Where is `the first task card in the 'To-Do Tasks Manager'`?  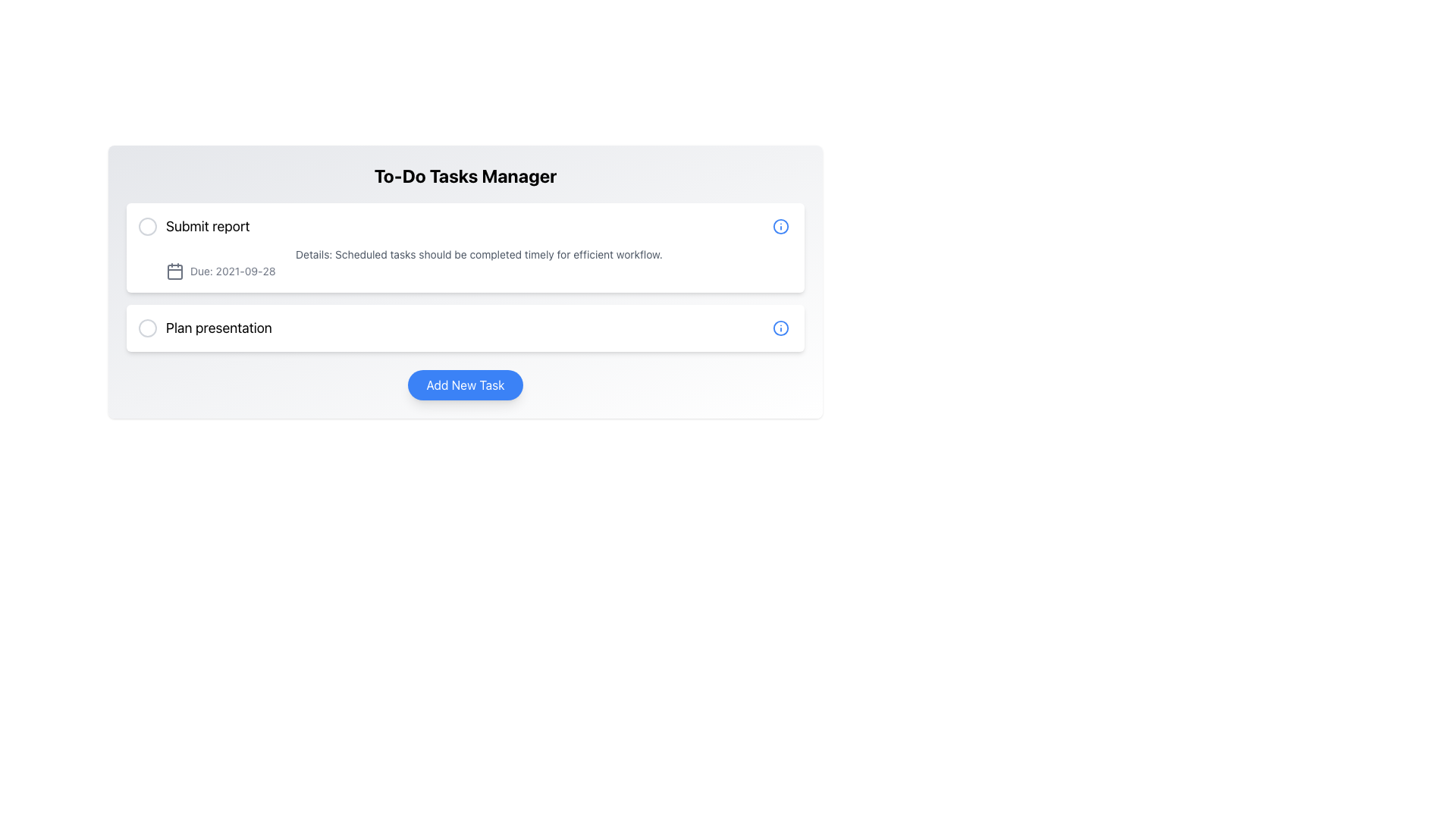
the first task card in the 'To-Do Tasks Manager' is located at coordinates (465, 247).